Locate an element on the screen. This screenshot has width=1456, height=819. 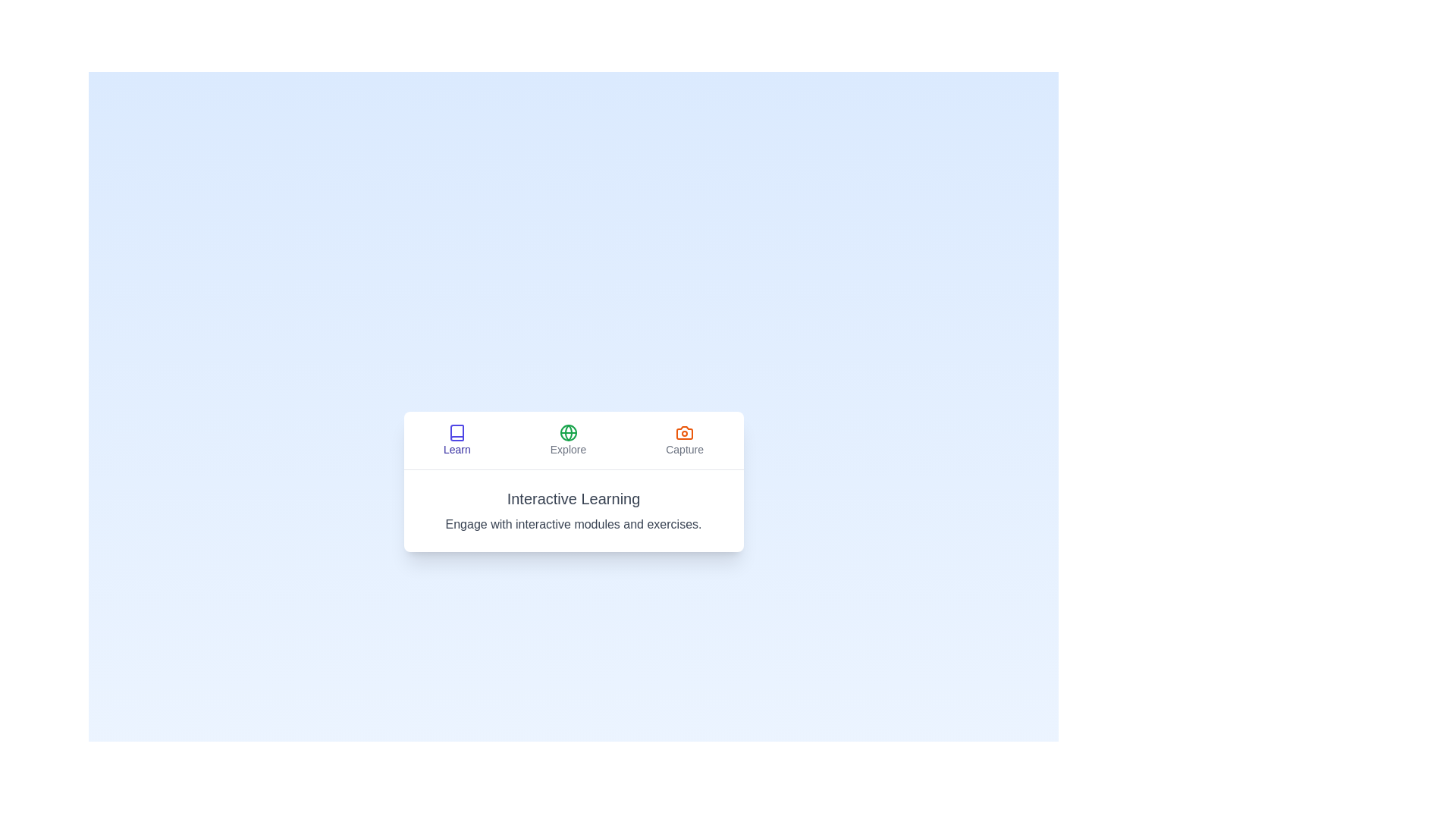
the icon for the Explore tab is located at coordinates (567, 432).